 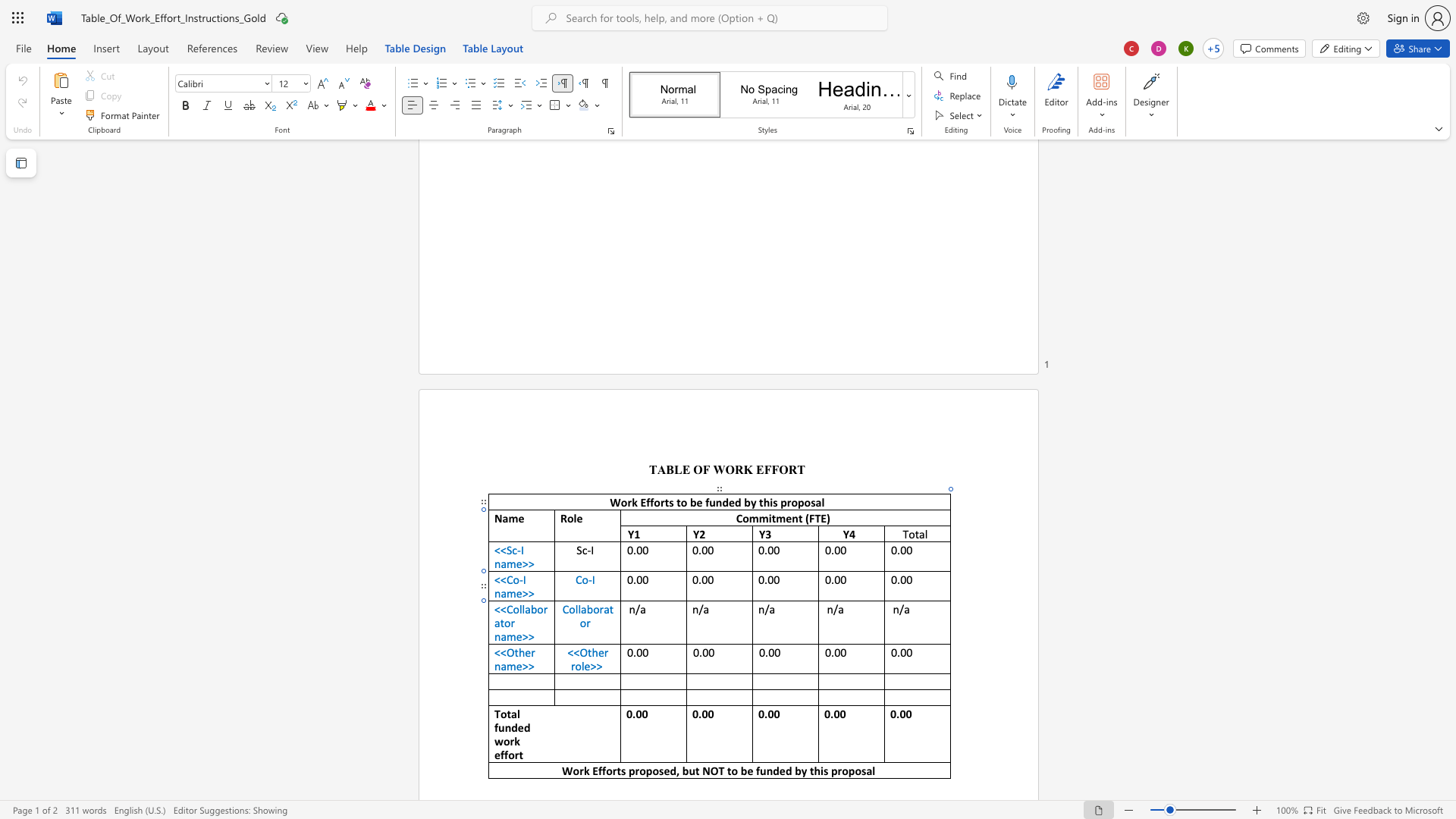 What do you see at coordinates (513, 651) in the screenshot?
I see `the space between the continuous character "O" and "t" in the text` at bounding box center [513, 651].